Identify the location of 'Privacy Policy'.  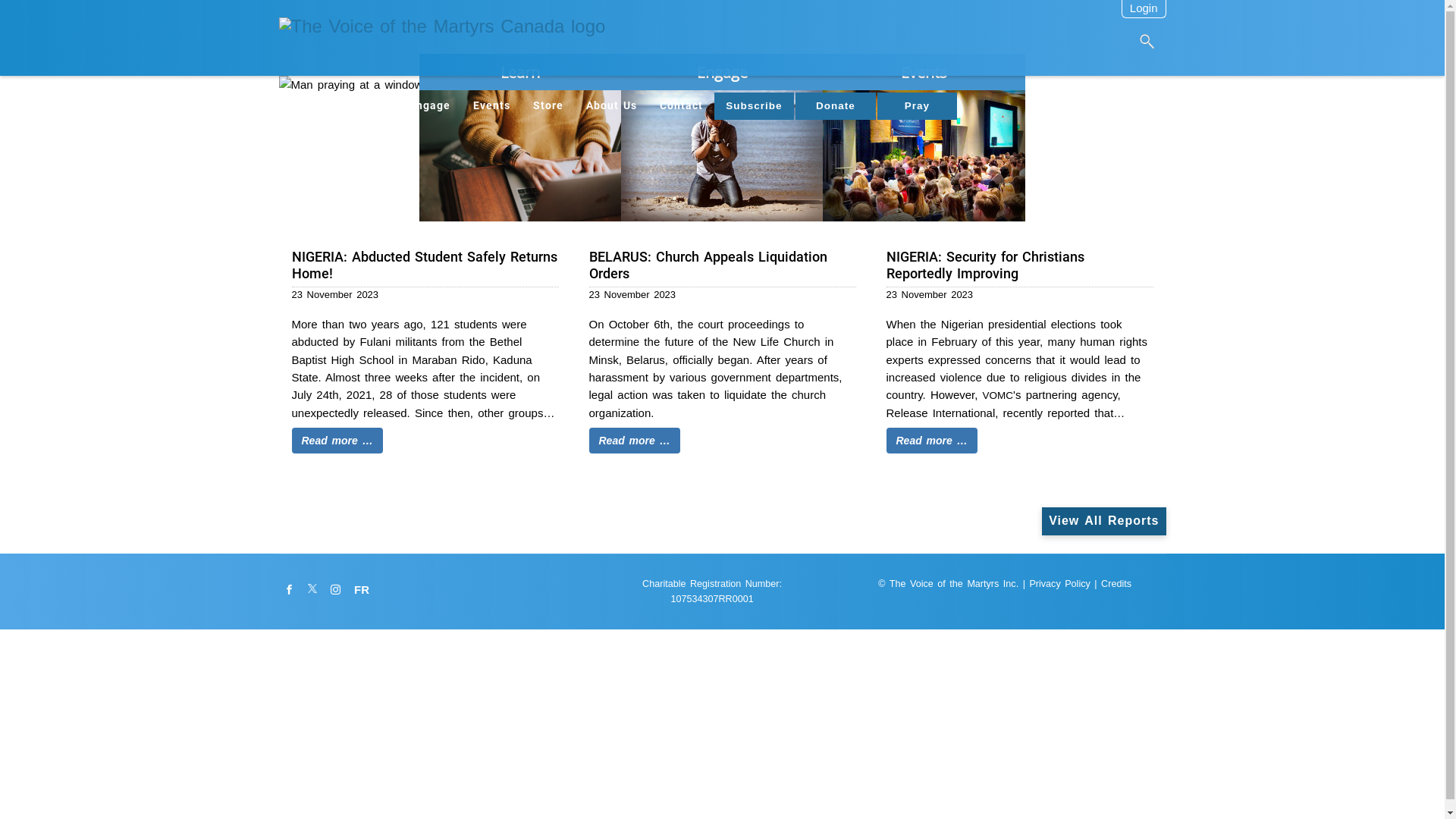
(1058, 583).